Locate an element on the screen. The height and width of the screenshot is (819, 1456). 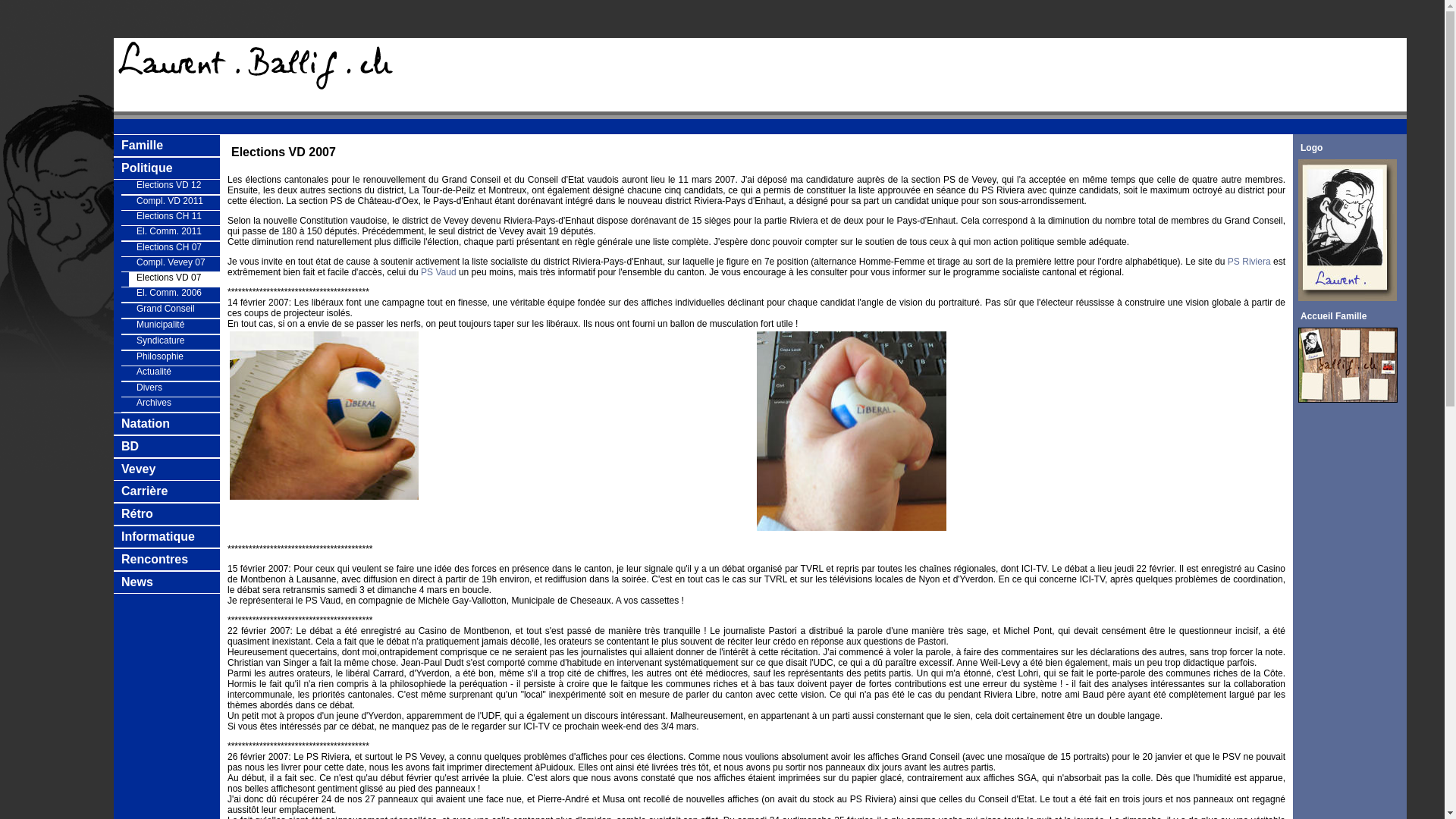
'Philosophie' is located at coordinates (174, 358).